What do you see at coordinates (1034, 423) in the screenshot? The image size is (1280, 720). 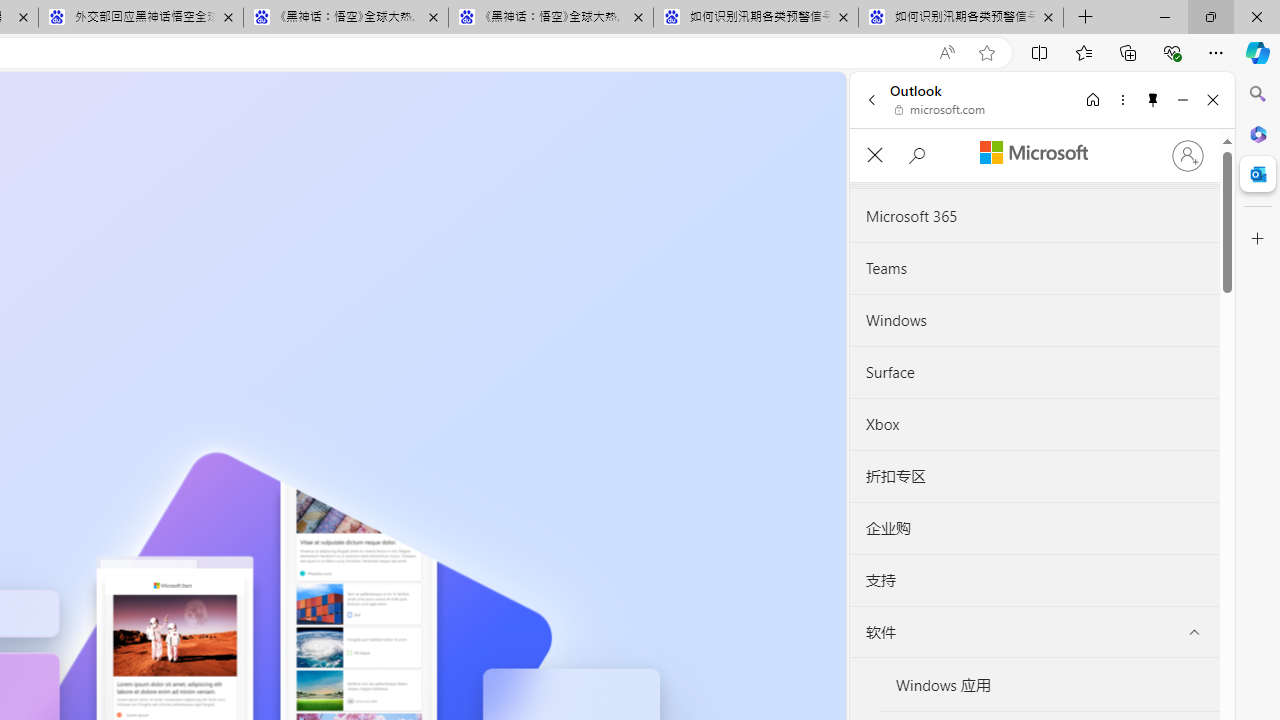 I see `'Xbox'` at bounding box center [1034, 423].